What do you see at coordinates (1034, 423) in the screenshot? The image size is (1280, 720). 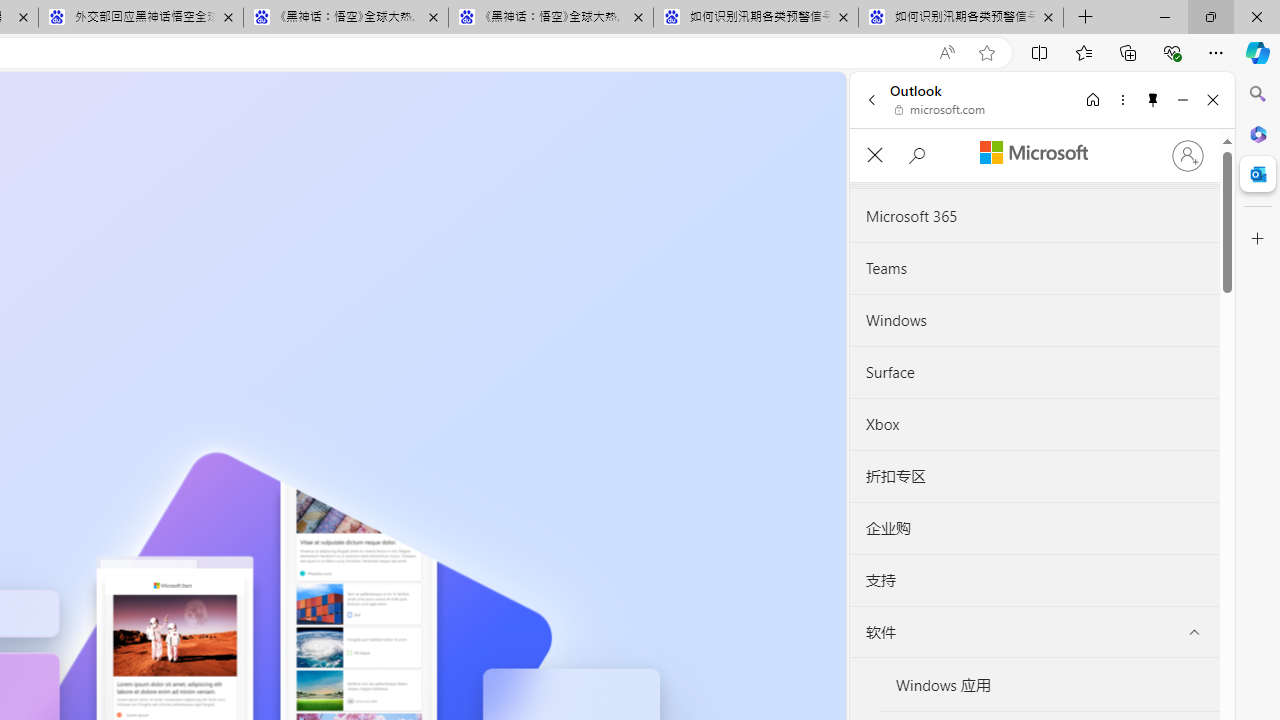 I see `'Xbox'` at bounding box center [1034, 423].